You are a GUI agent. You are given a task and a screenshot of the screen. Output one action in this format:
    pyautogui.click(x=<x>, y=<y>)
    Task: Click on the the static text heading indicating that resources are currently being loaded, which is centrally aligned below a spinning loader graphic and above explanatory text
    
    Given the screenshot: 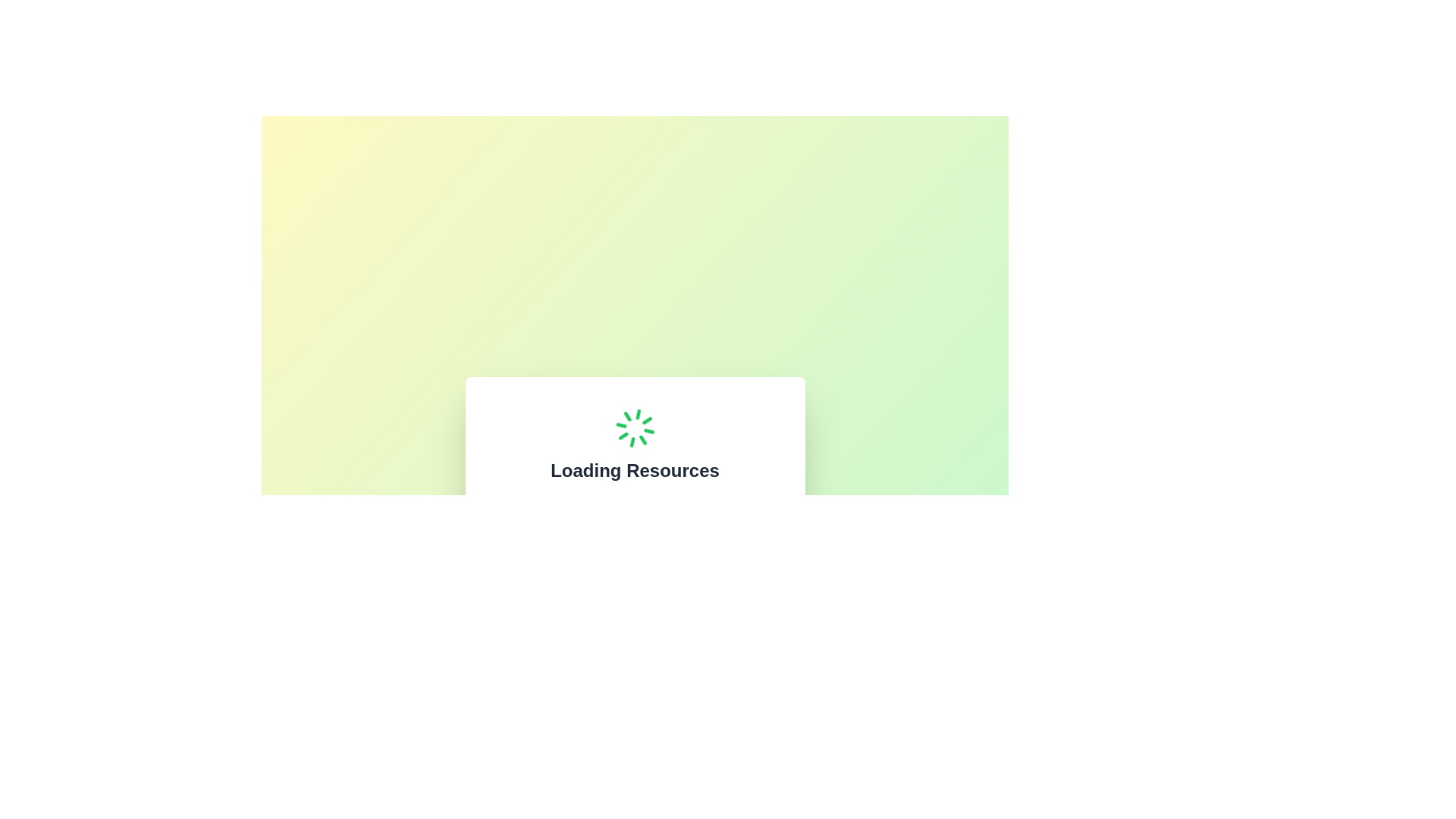 What is the action you would take?
    pyautogui.click(x=635, y=470)
    